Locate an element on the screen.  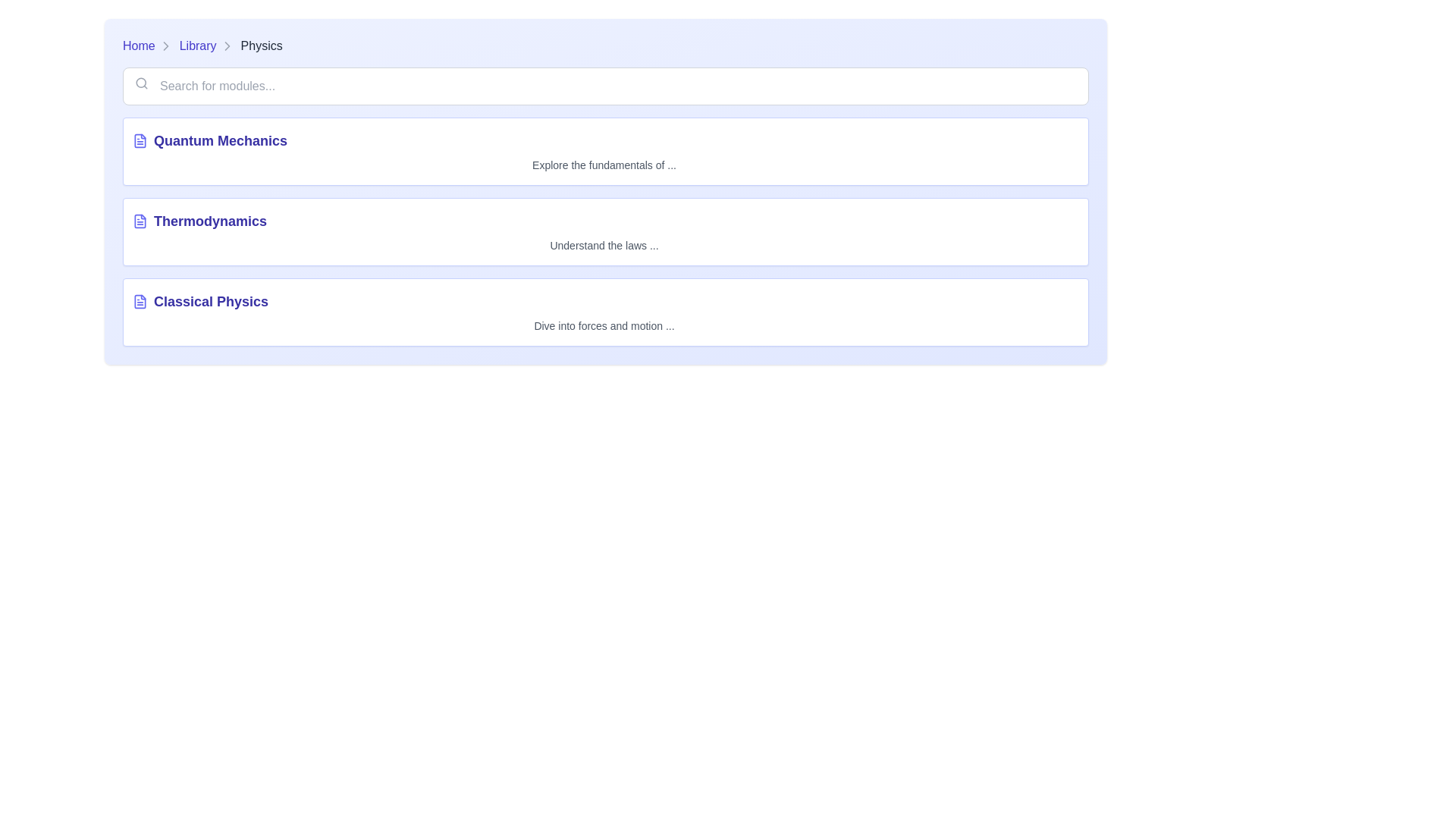
the file/document icon located at the top of the vertical list, which signifies the associated content for the title next to it is located at coordinates (140, 140).